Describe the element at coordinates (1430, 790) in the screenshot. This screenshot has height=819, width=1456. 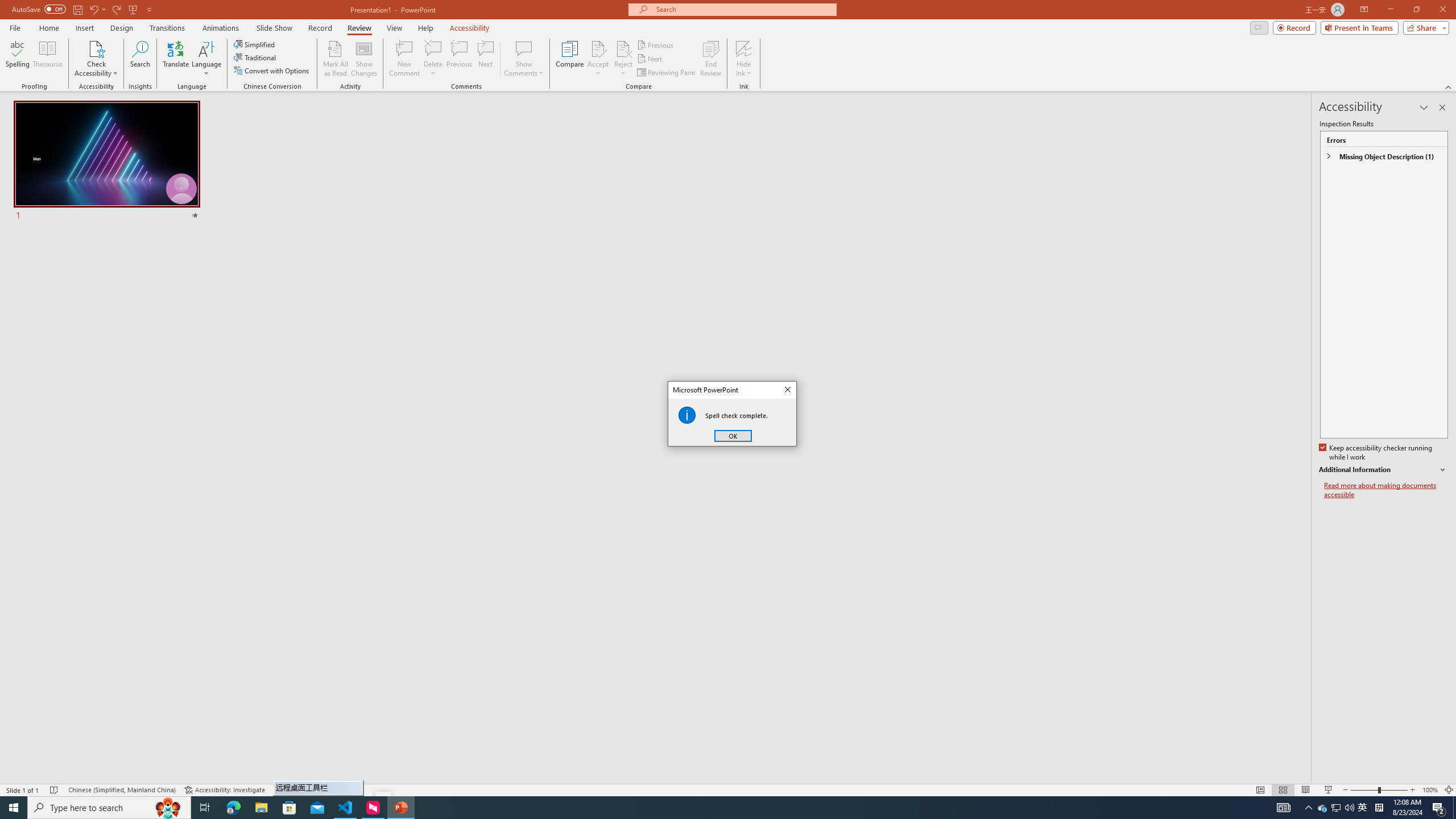
I see `'Zoom 100%'` at that location.